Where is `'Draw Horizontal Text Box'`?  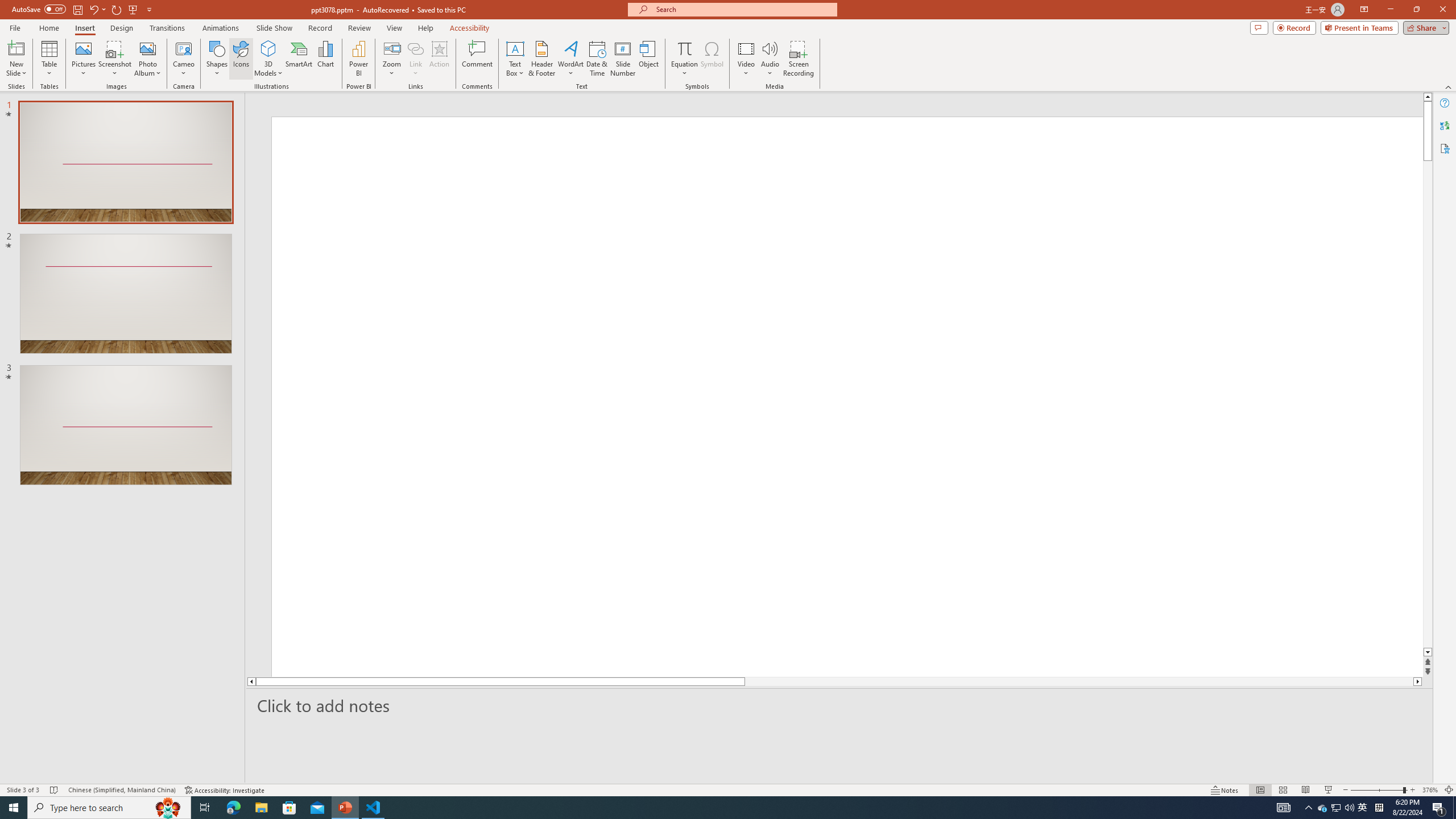
'Draw Horizontal Text Box' is located at coordinates (515, 48).